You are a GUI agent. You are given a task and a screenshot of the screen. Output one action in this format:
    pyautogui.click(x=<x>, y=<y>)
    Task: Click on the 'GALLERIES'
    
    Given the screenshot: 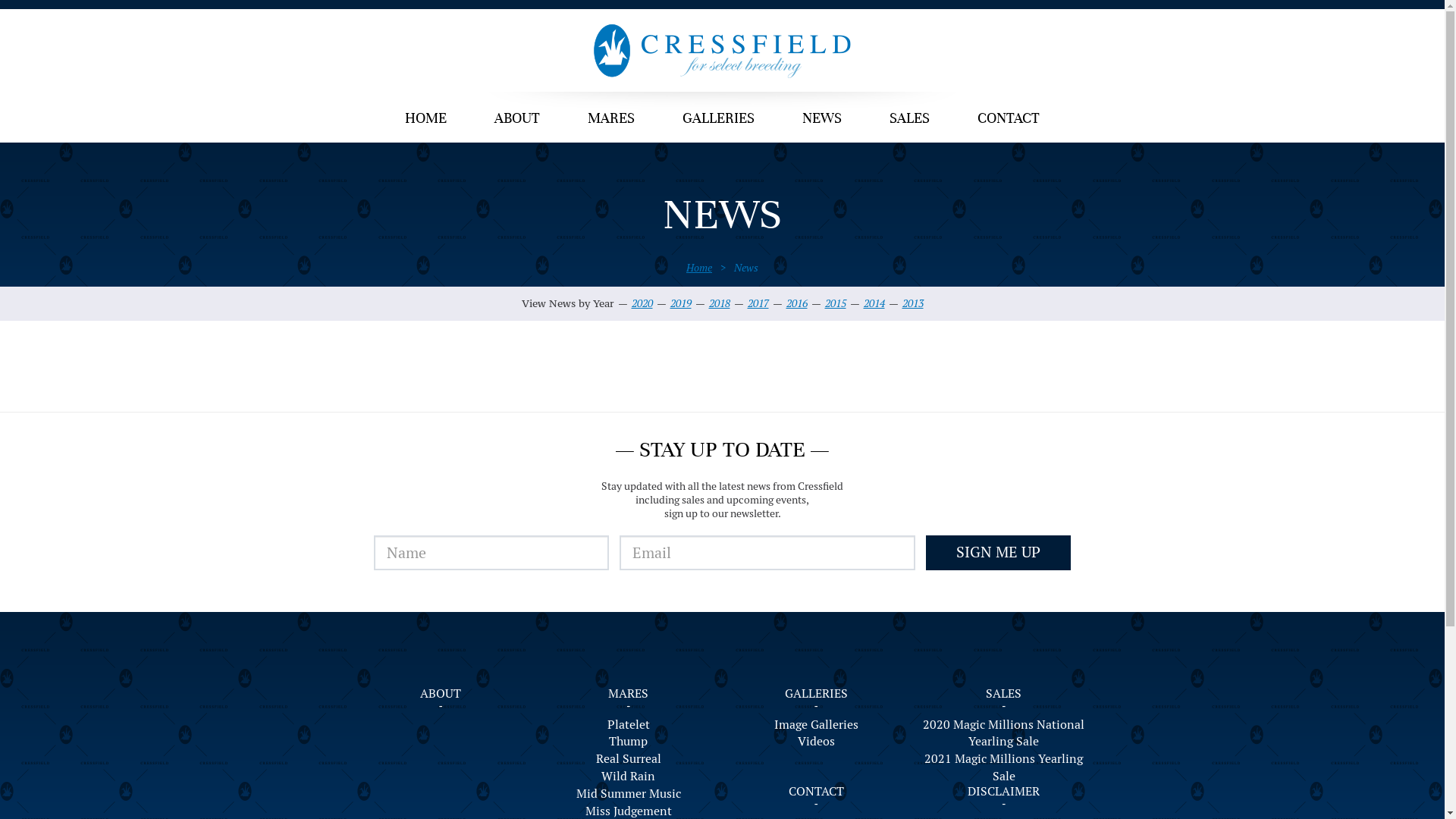 What is the action you would take?
    pyautogui.click(x=717, y=119)
    